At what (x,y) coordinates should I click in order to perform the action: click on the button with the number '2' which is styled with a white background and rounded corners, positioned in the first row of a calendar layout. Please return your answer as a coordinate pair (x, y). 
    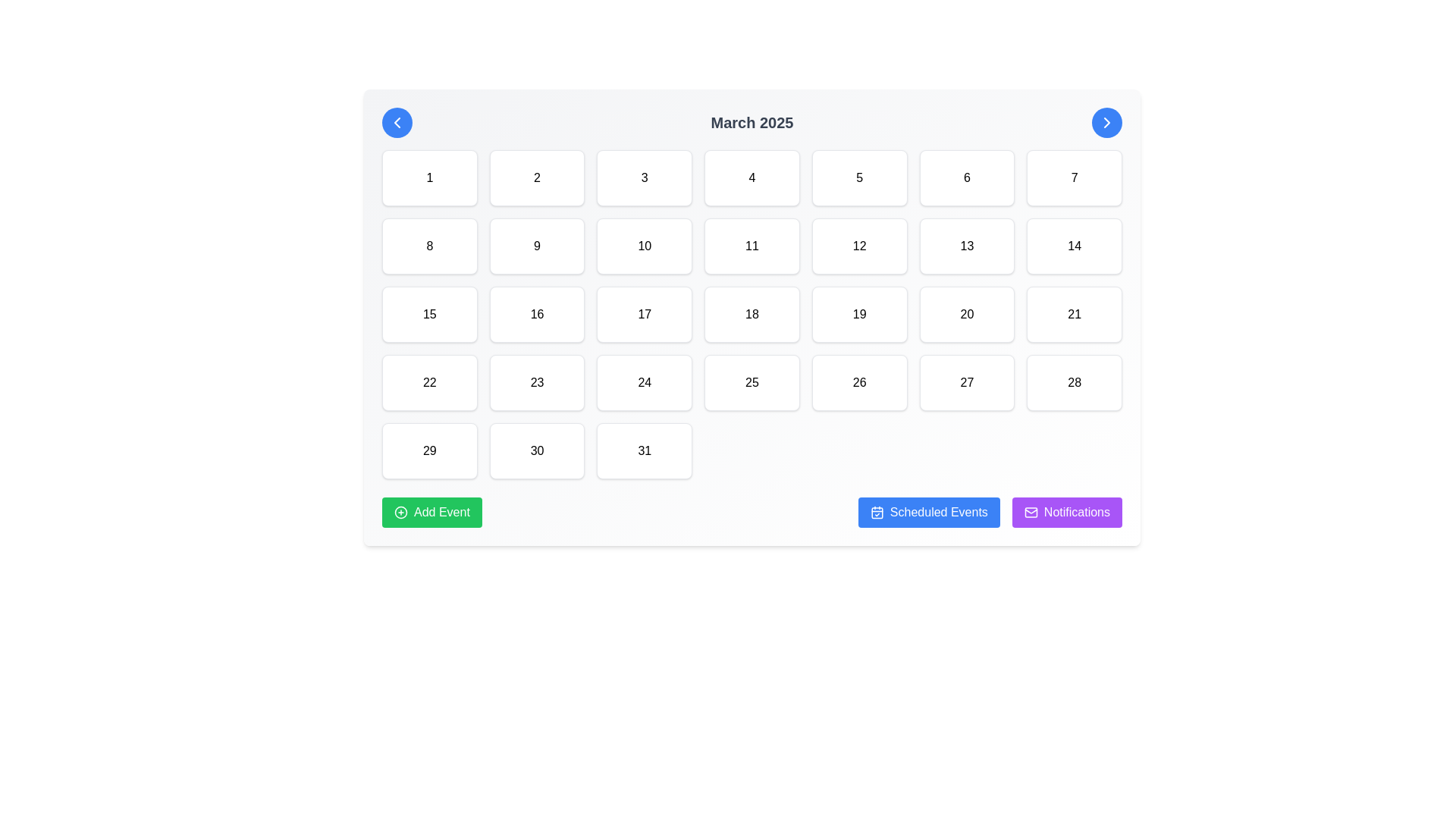
    Looking at the image, I should click on (537, 177).